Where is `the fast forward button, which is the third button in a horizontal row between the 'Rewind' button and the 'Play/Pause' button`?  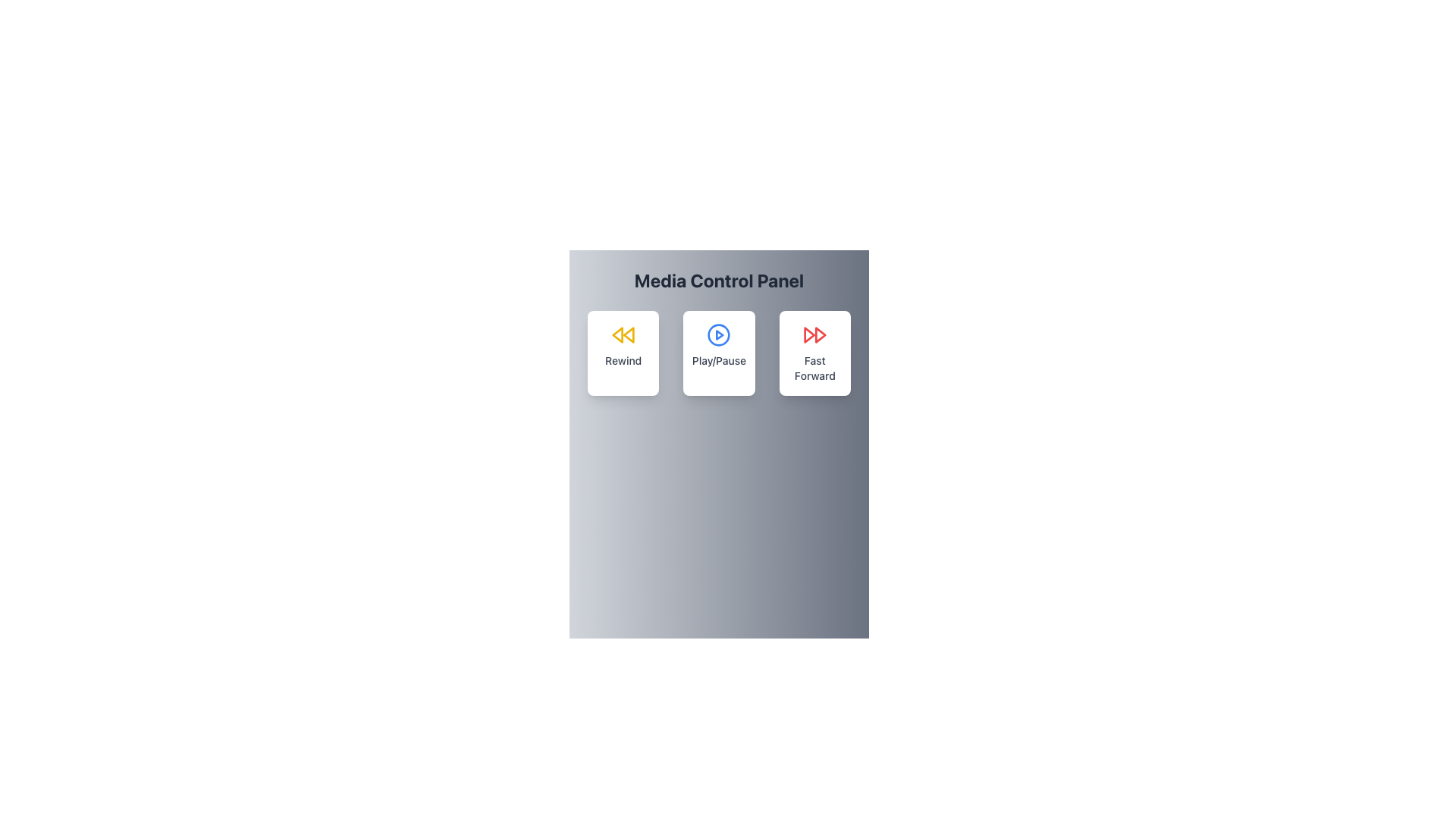
the fast forward button, which is the third button in a horizontal row between the 'Rewind' button and the 'Play/Pause' button is located at coordinates (814, 353).